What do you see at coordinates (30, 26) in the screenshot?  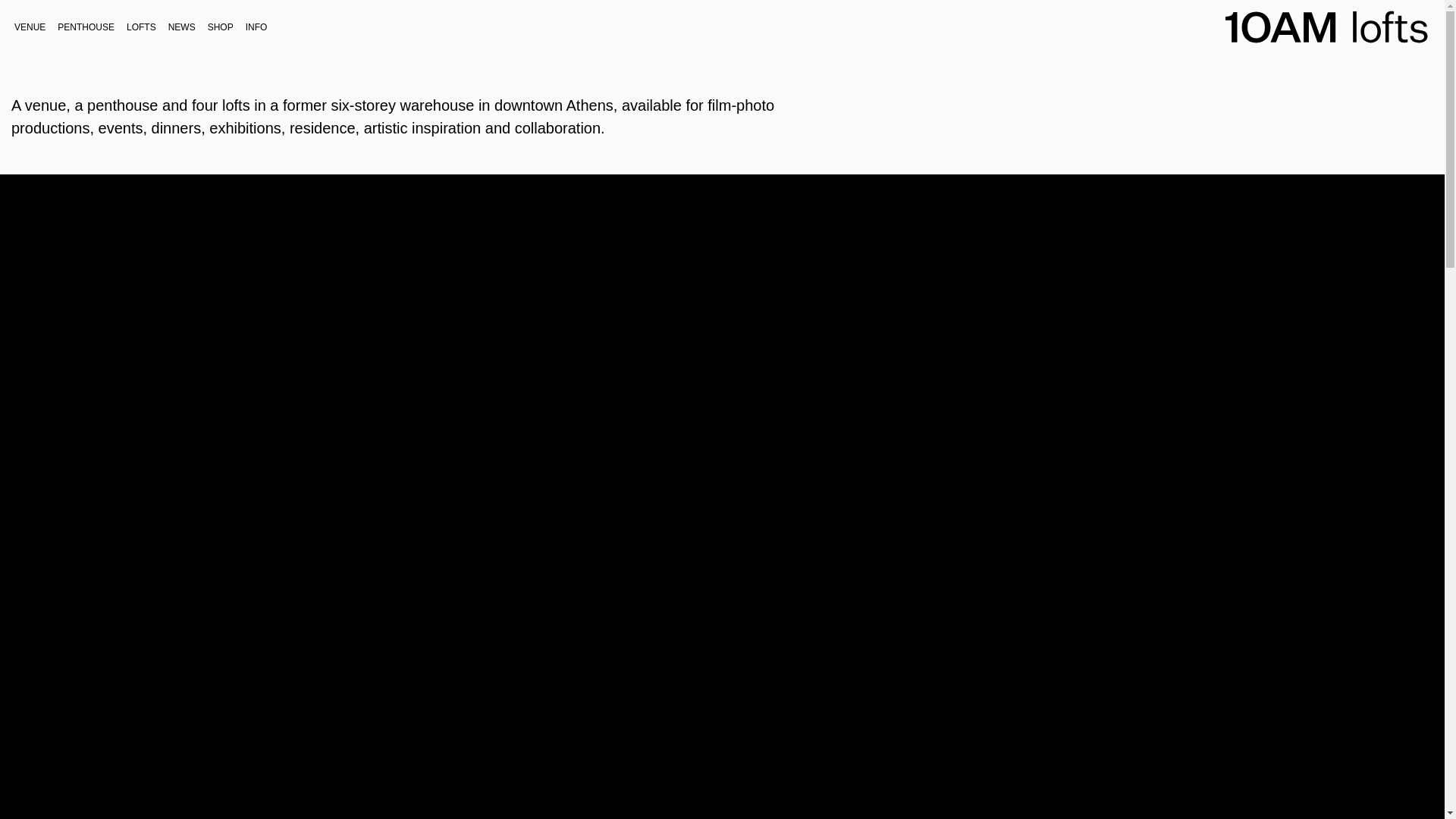 I see `'VENUE'` at bounding box center [30, 26].